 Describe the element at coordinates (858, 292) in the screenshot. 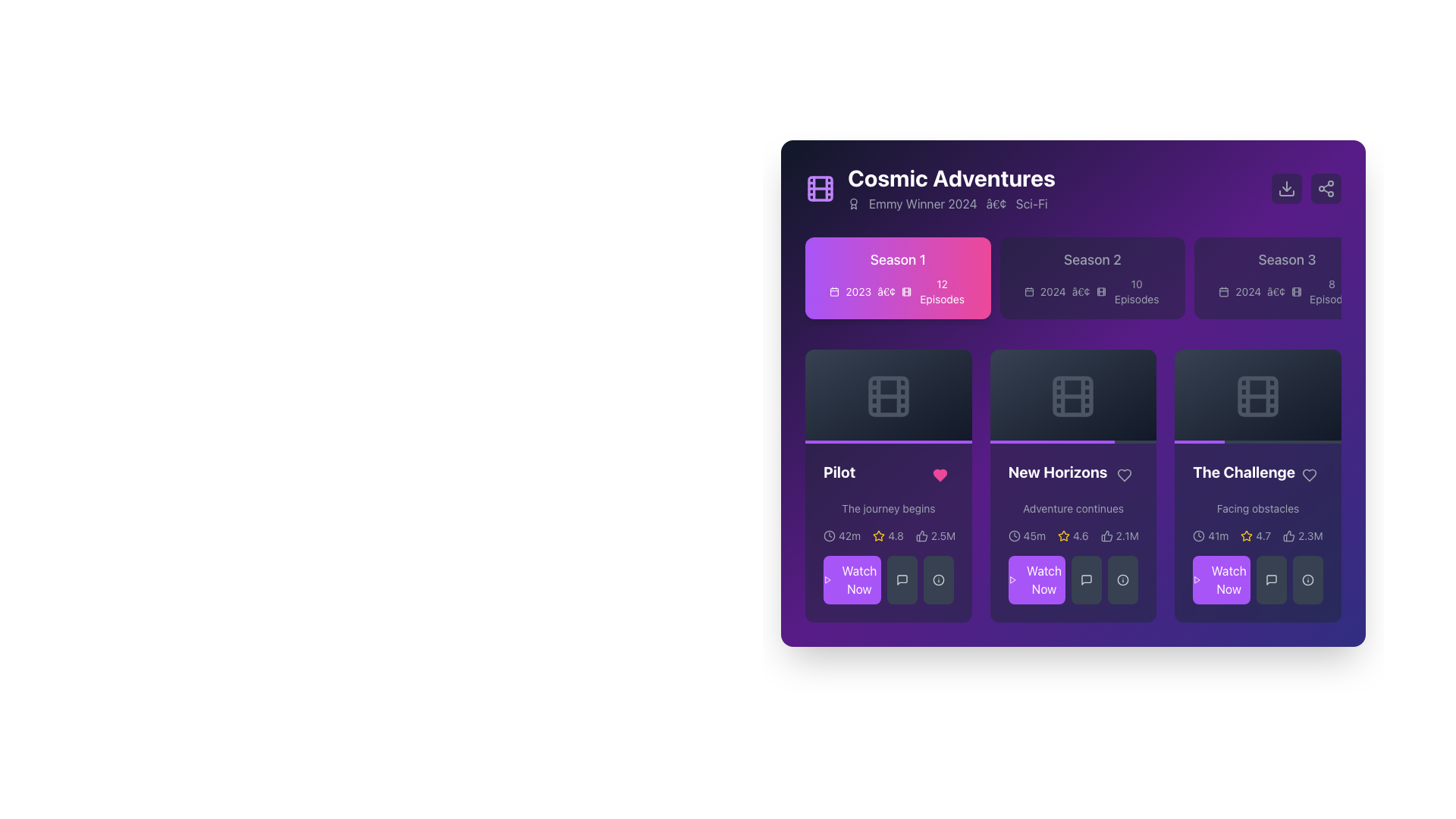

I see `text displayed in the Text Display element that shows the release year associated with the 'Season 1' label of 'Cosmic Adventures', located under the 'Season 1' section` at that location.